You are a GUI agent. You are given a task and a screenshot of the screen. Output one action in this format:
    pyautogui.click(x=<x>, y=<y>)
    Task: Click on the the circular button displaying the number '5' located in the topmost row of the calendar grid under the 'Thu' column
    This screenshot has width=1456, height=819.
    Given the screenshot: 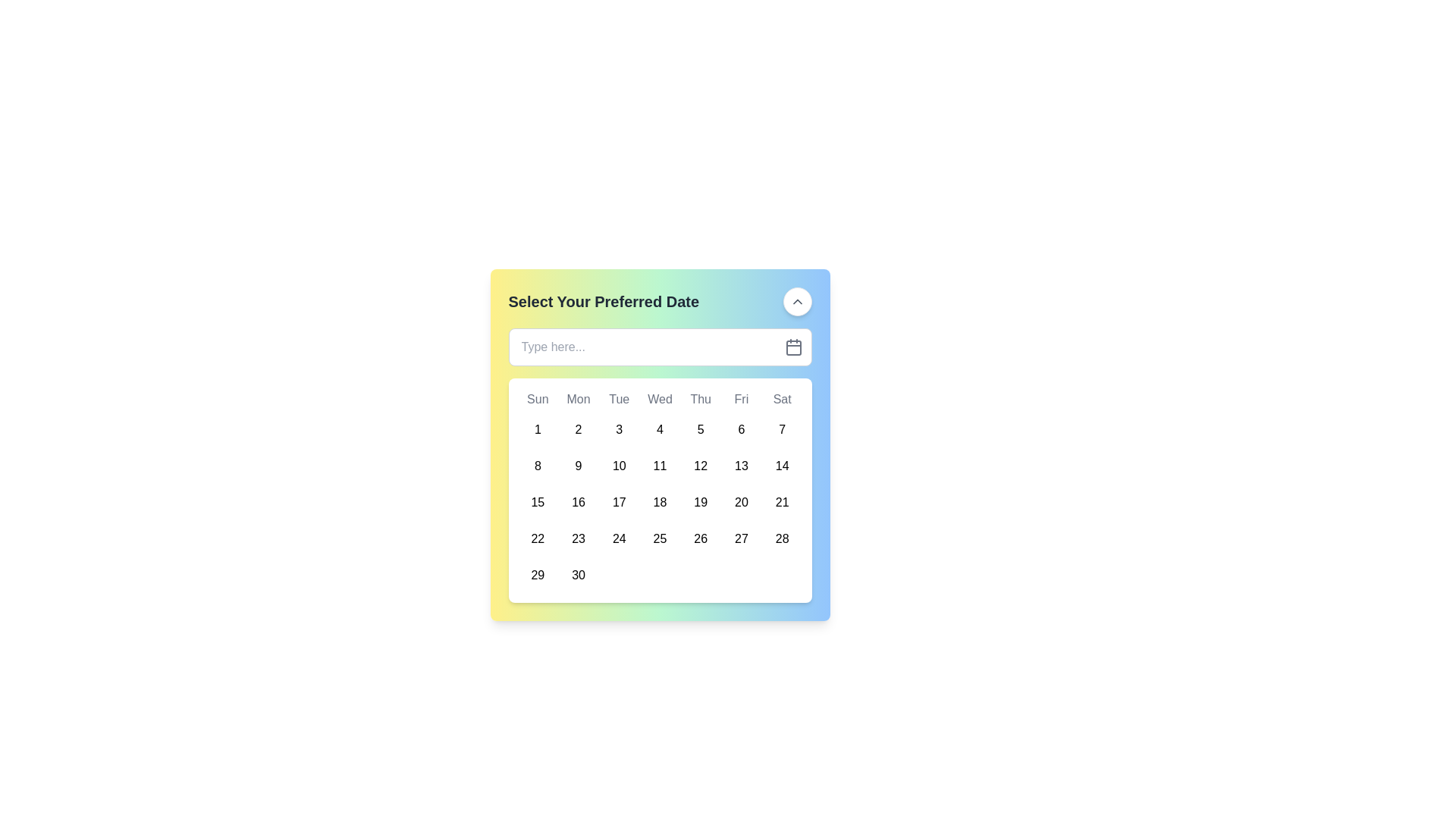 What is the action you would take?
    pyautogui.click(x=700, y=430)
    